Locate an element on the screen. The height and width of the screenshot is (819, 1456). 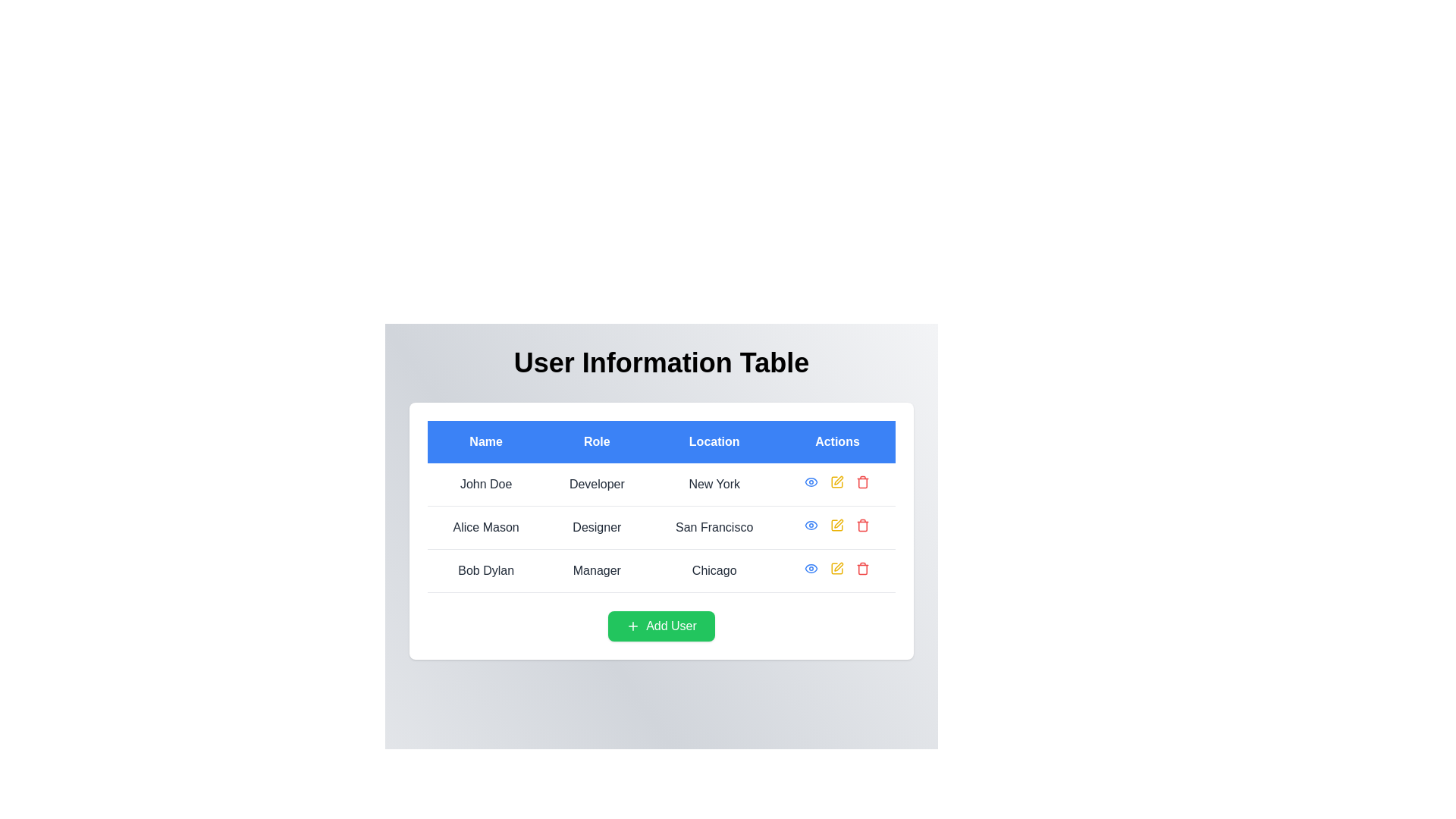
the 'Alice Mason' text label located in the first column of the second row of the user information table is located at coordinates (486, 526).